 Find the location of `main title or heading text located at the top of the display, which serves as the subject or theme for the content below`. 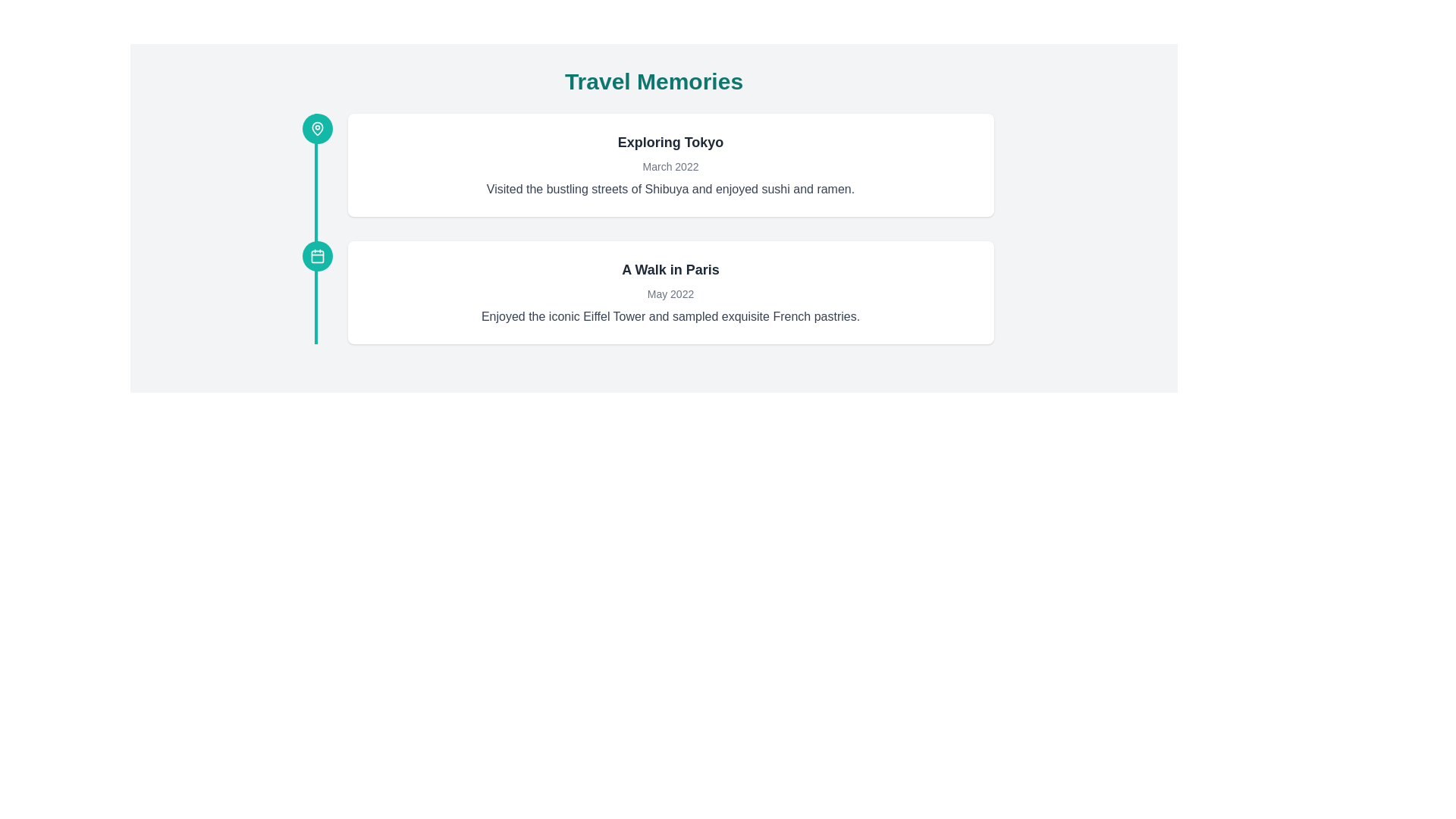

main title or heading text located at the top of the display, which serves as the subject or theme for the content below is located at coordinates (654, 82).